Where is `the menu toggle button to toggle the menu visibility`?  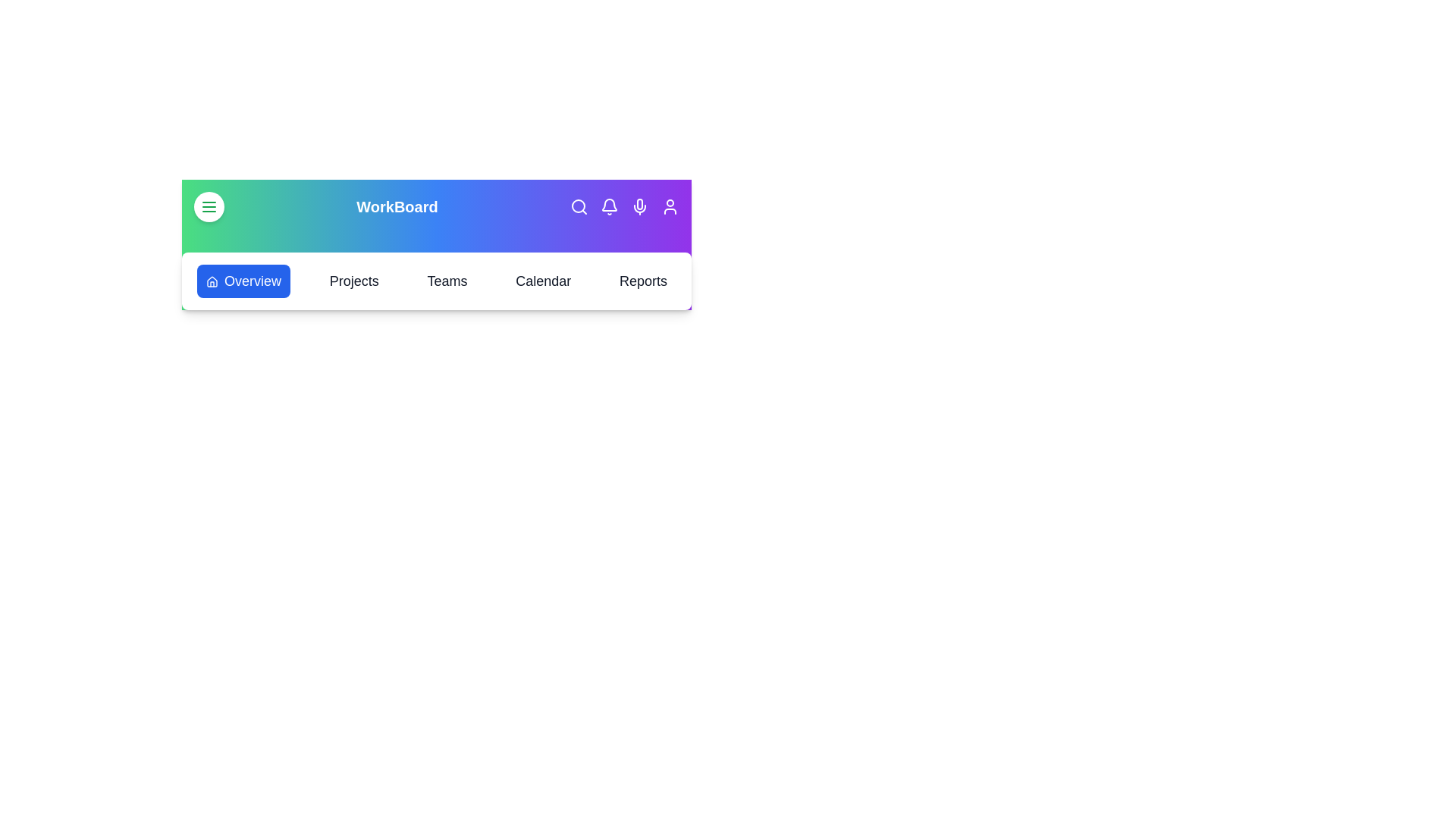
the menu toggle button to toggle the menu visibility is located at coordinates (208, 207).